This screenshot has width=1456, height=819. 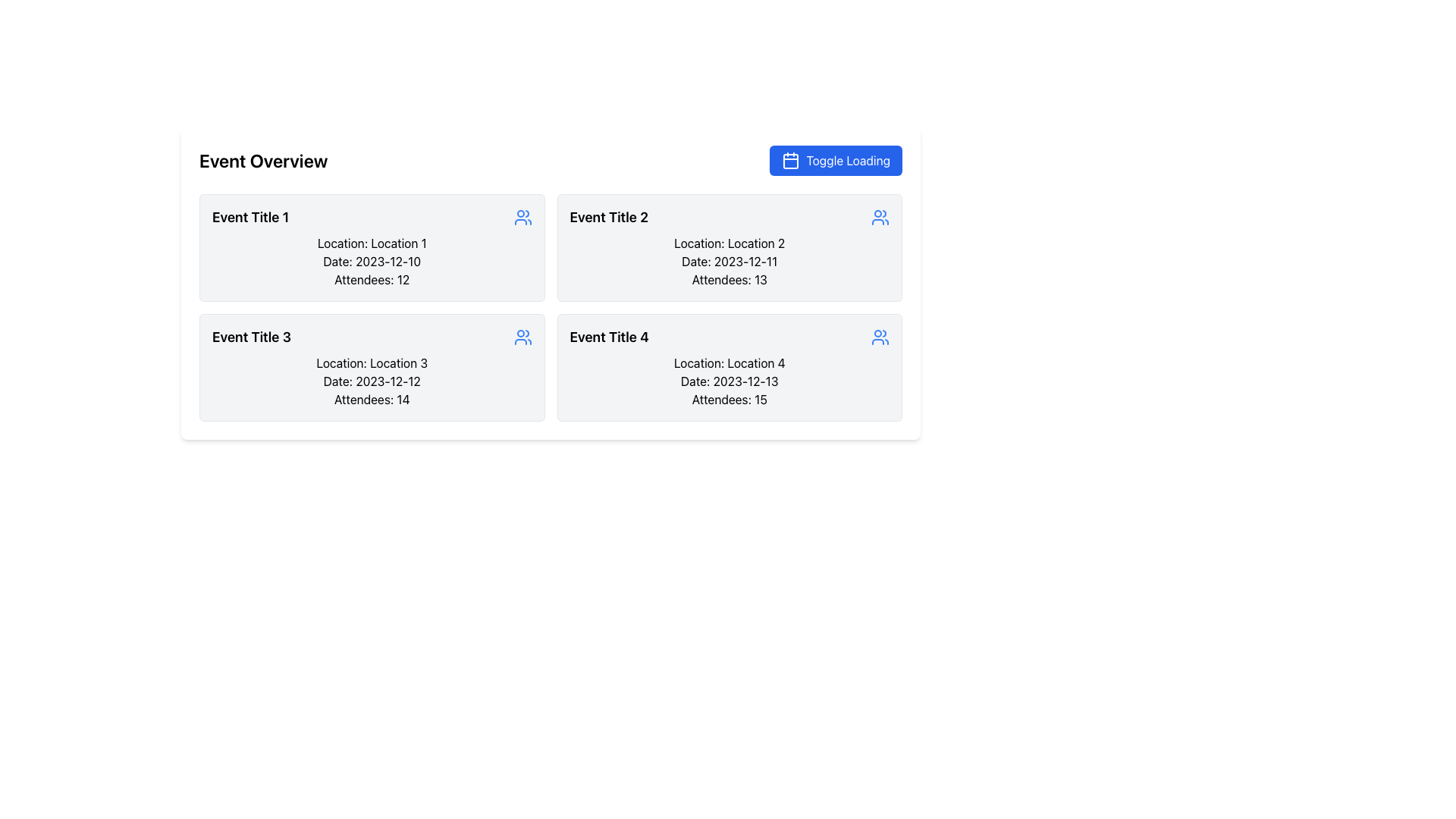 I want to click on the blue user group icon positioned to the right of 'Event Title 4', so click(x=880, y=336).